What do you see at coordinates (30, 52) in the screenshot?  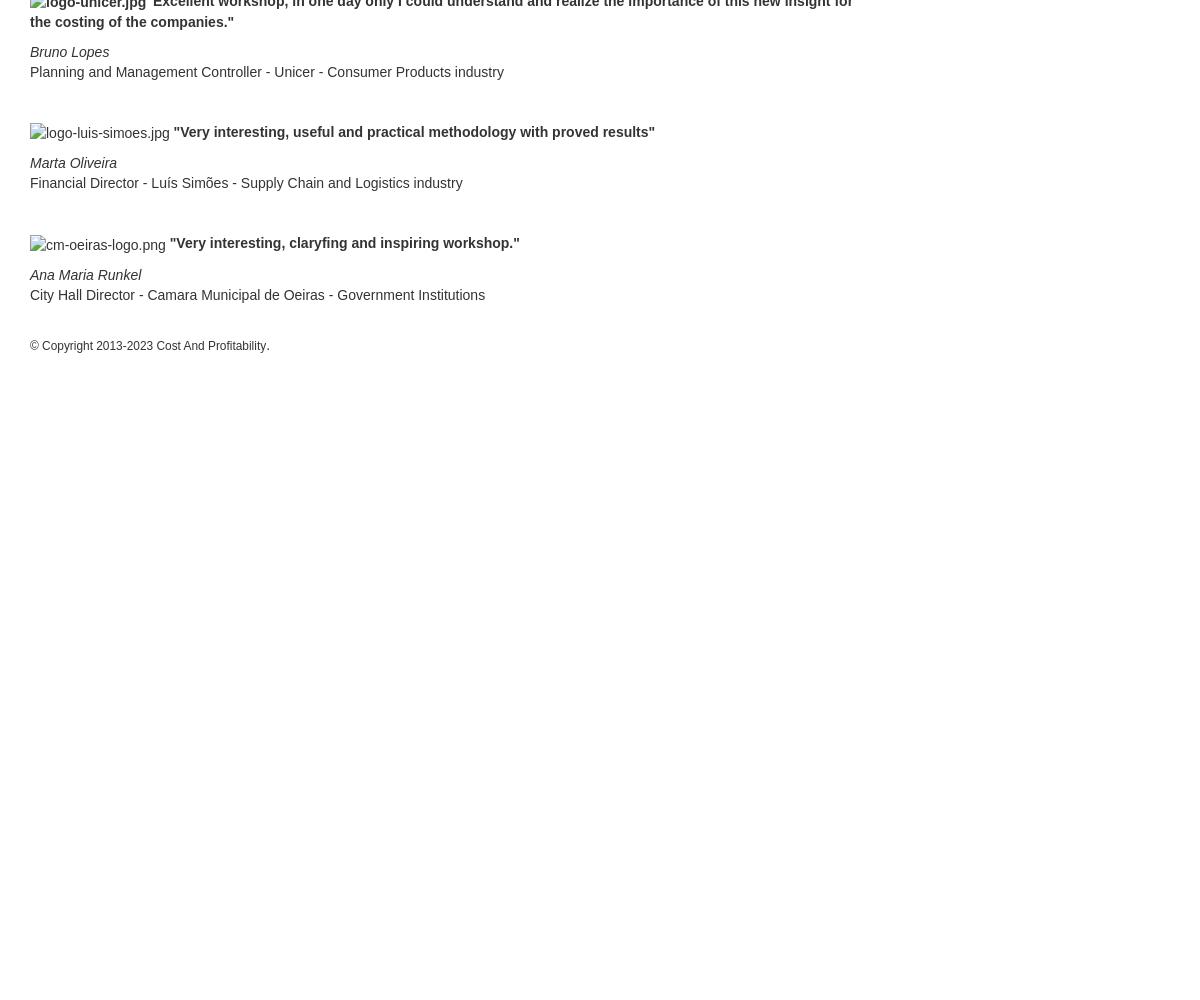 I see `'Bruno Lopes'` at bounding box center [30, 52].